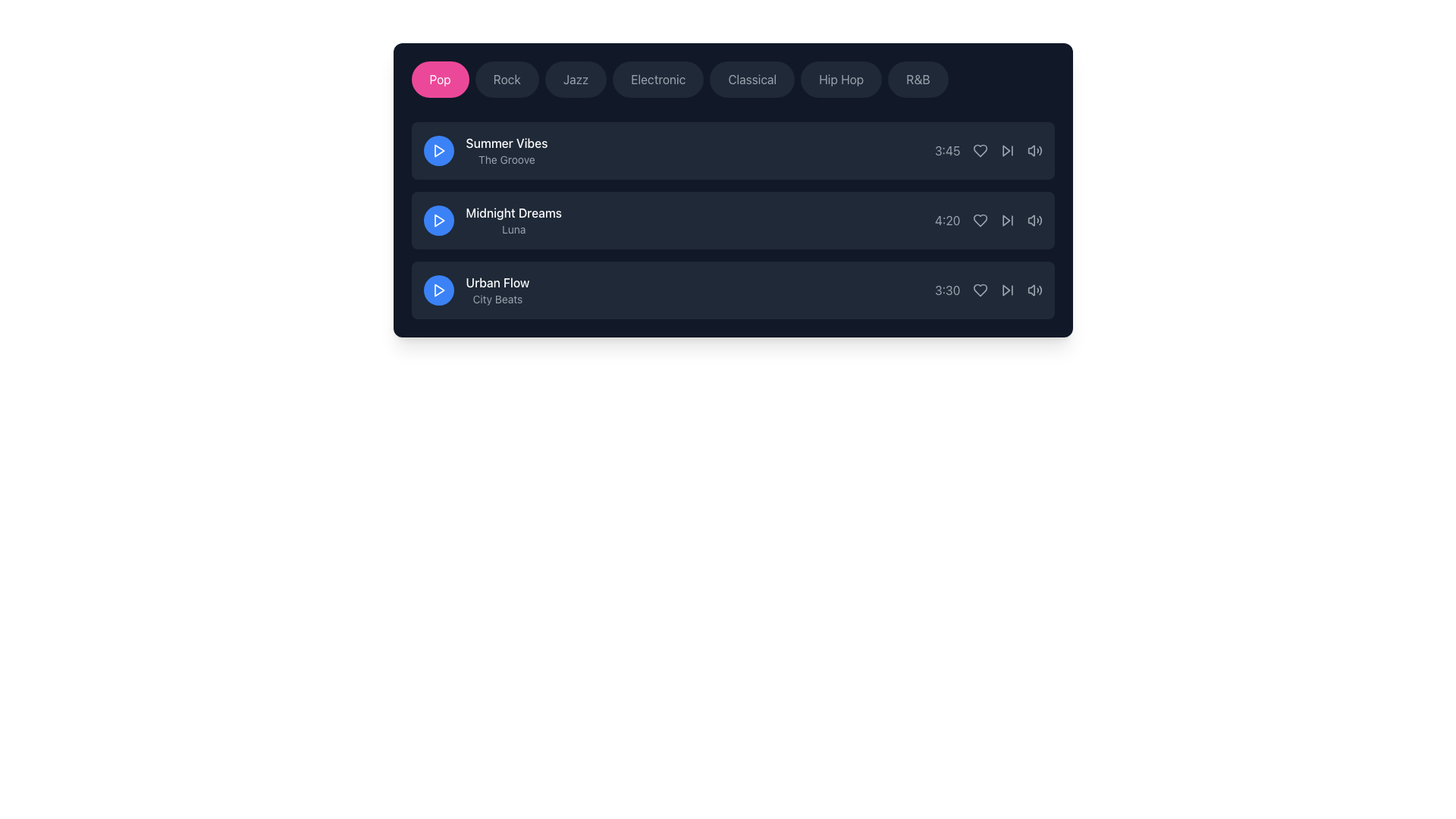  Describe the element at coordinates (980, 220) in the screenshot. I see `the heart icon located on the right side of the 'Midnight Dreams' music track entry` at that location.